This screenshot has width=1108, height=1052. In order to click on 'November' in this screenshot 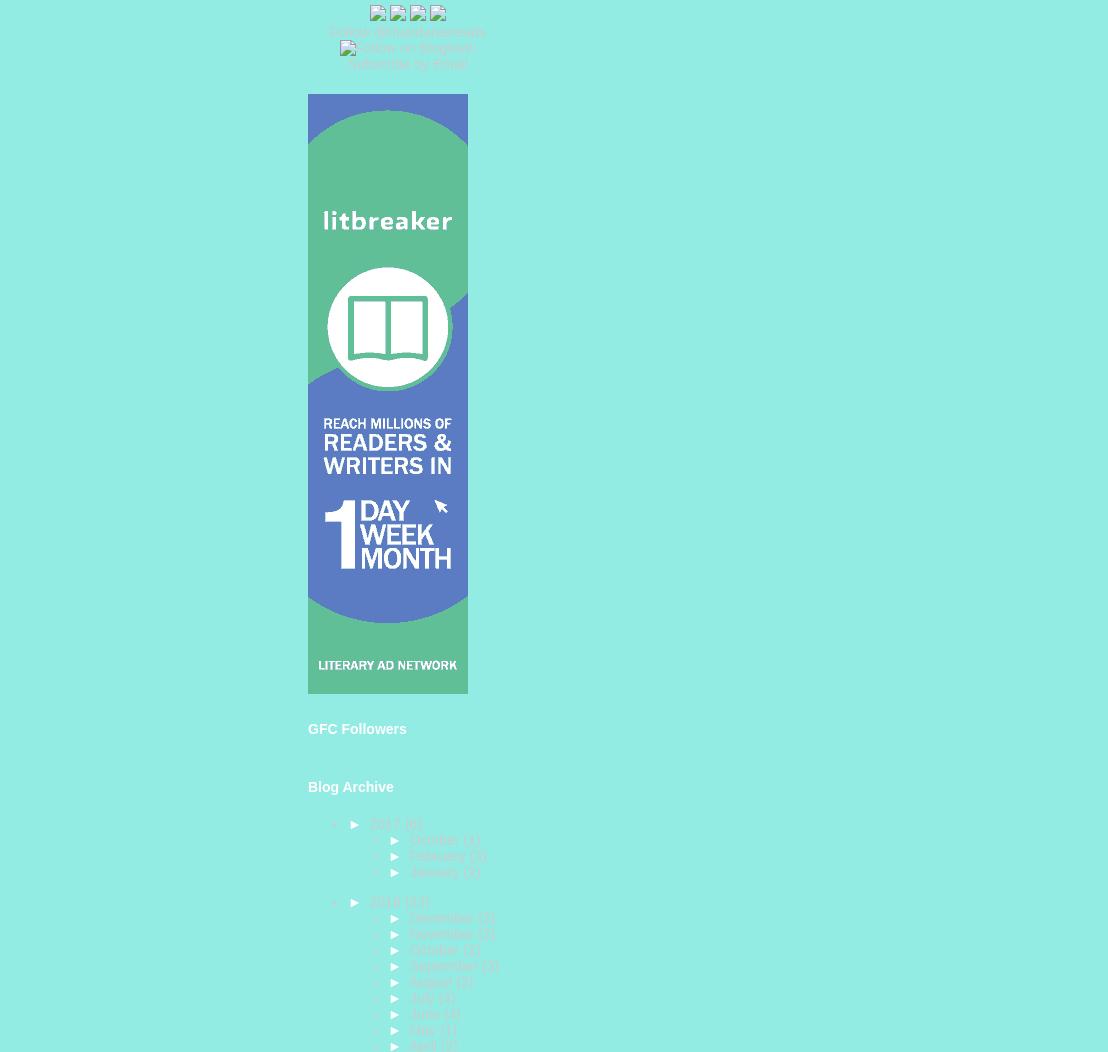, I will do `click(442, 932)`.